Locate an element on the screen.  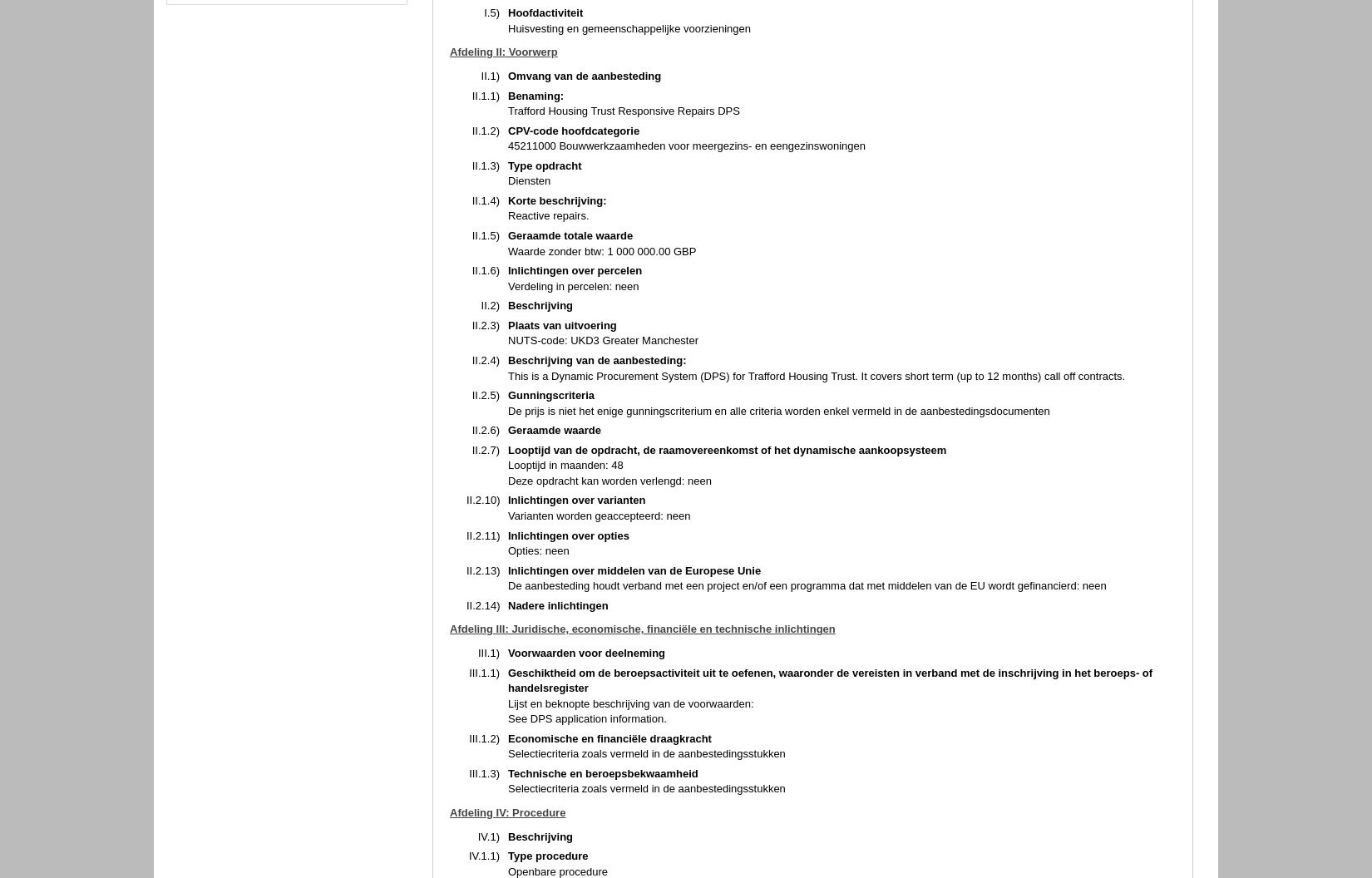
'Laatste update: 02/11/2023' is located at coordinates (220, 792).